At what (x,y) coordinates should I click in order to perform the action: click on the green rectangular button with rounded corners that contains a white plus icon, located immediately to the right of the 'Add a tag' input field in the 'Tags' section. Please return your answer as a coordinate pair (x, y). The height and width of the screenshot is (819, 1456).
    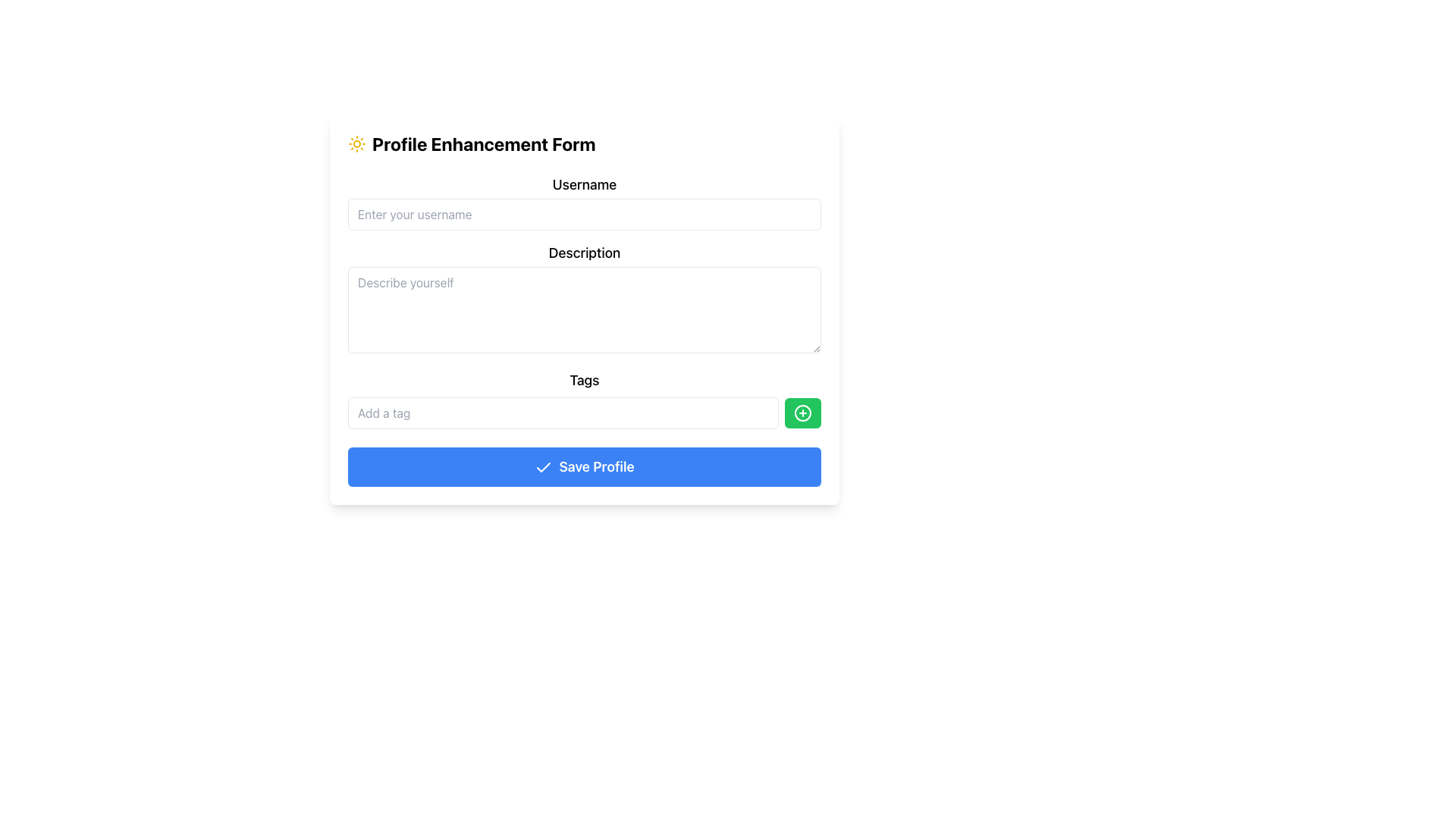
    Looking at the image, I should click on (802, 413).